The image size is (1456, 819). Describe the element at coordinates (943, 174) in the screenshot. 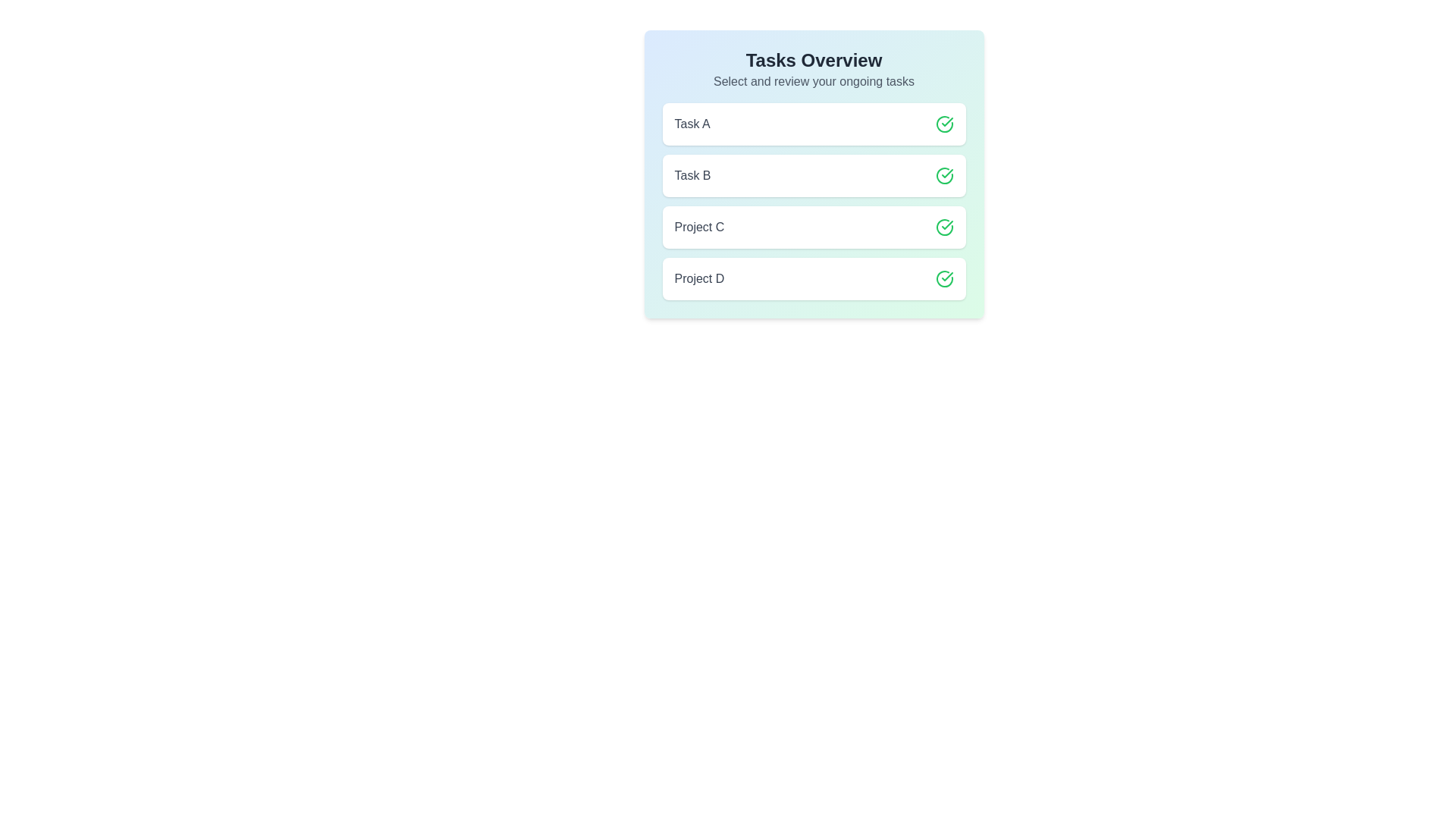

I see `the check icon for the item Task B` at that location.